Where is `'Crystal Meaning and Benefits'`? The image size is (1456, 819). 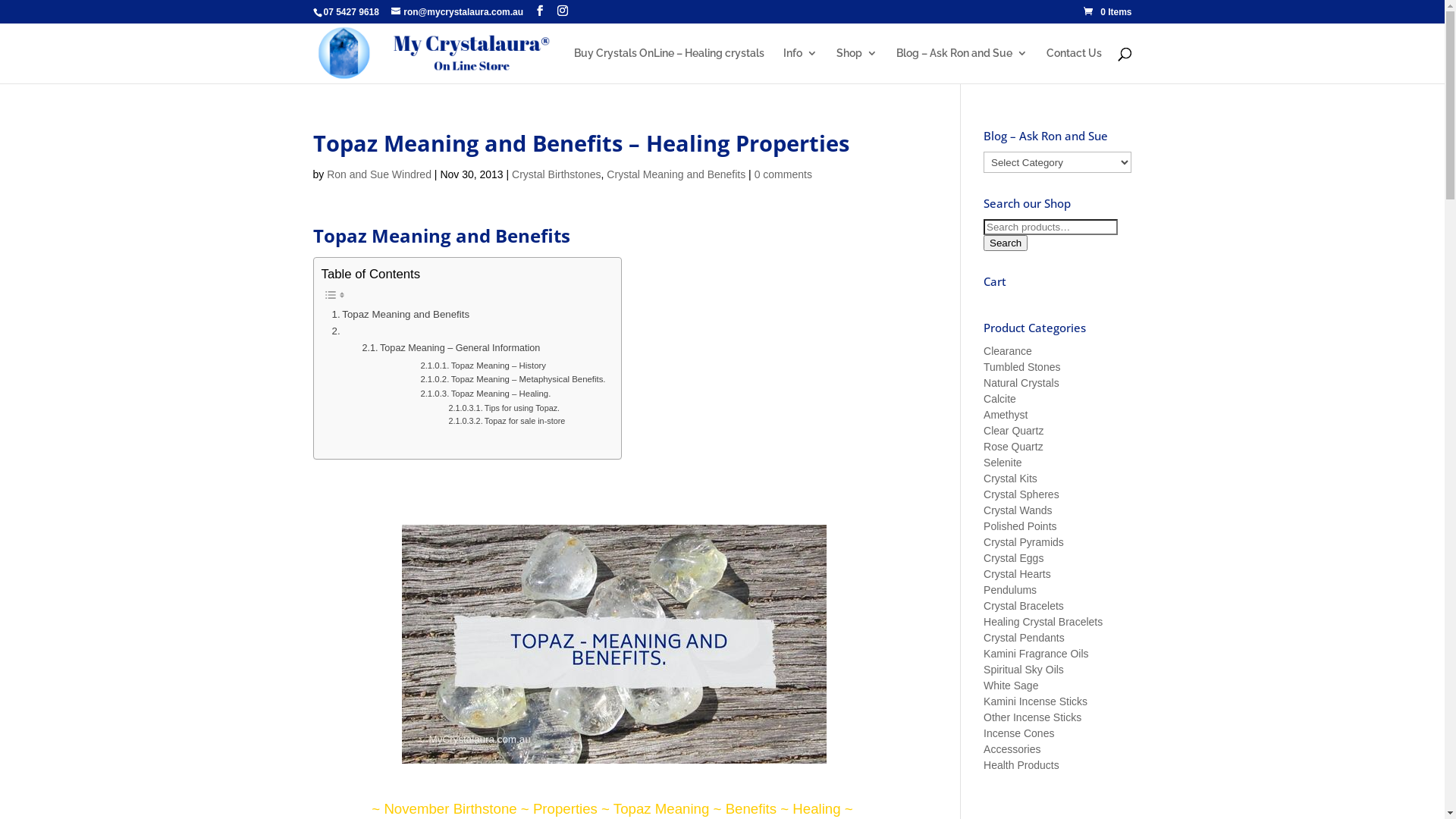
'Crystal Meaning and Benefits' is located at coordinates (607, 174).